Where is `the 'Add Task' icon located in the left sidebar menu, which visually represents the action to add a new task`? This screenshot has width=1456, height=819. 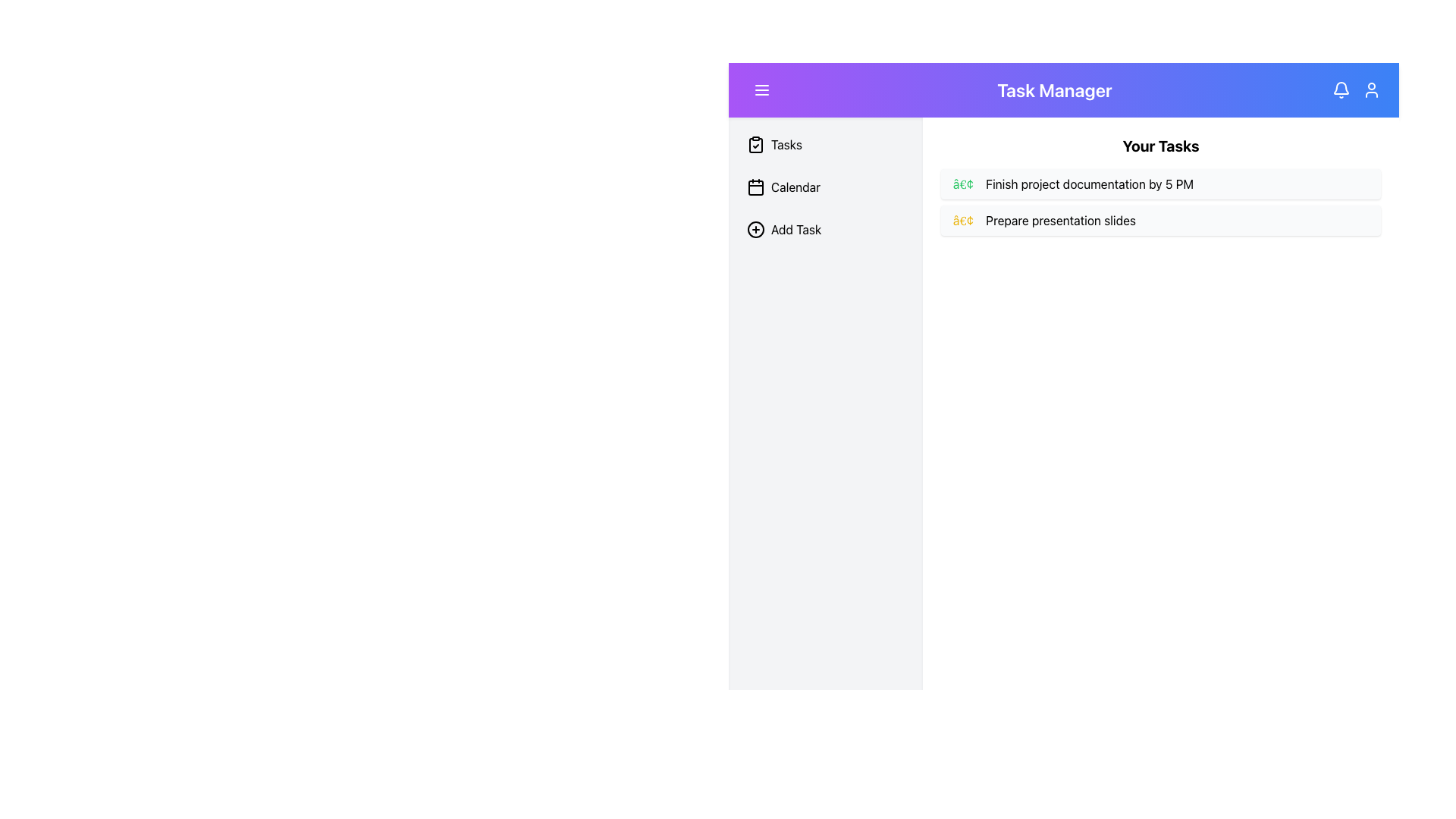
the 'Add Task' icon located in the left sidebar menu, which visually represents the action to add a new task is located at coordinates (756, 230).